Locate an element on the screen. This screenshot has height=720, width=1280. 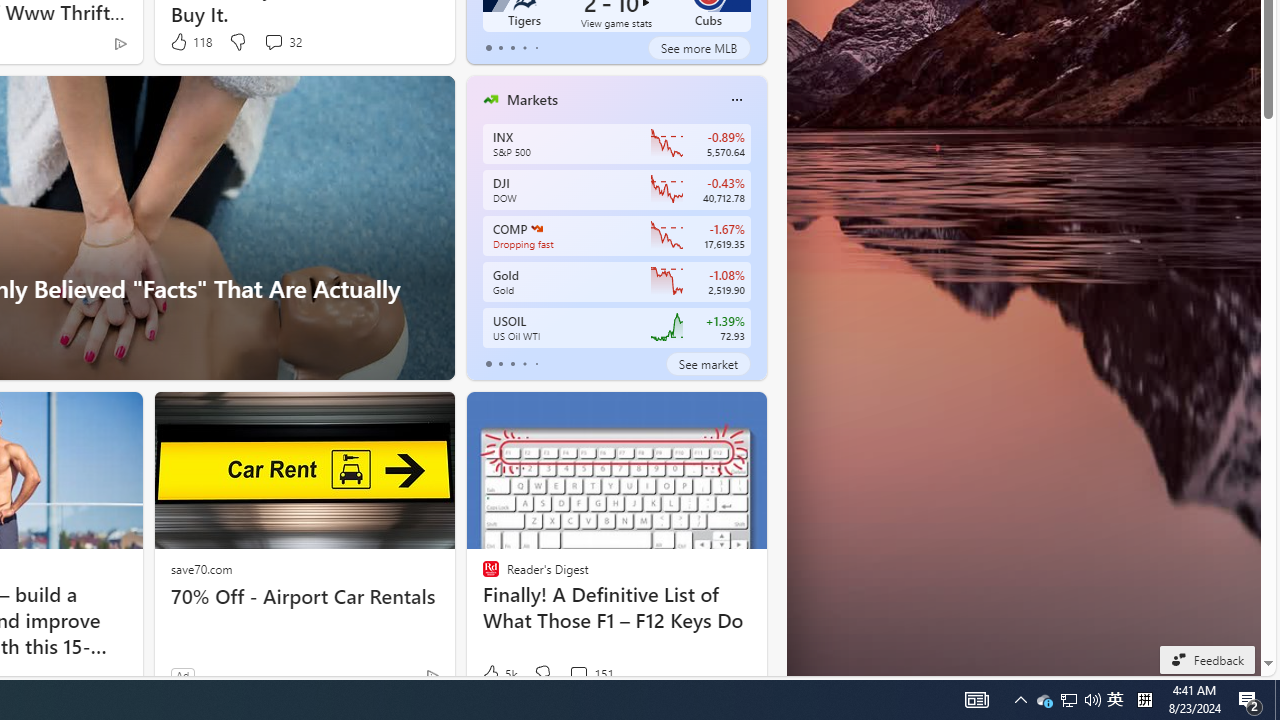
'View comments 151 Comment' is located at coordinates (590, 674).